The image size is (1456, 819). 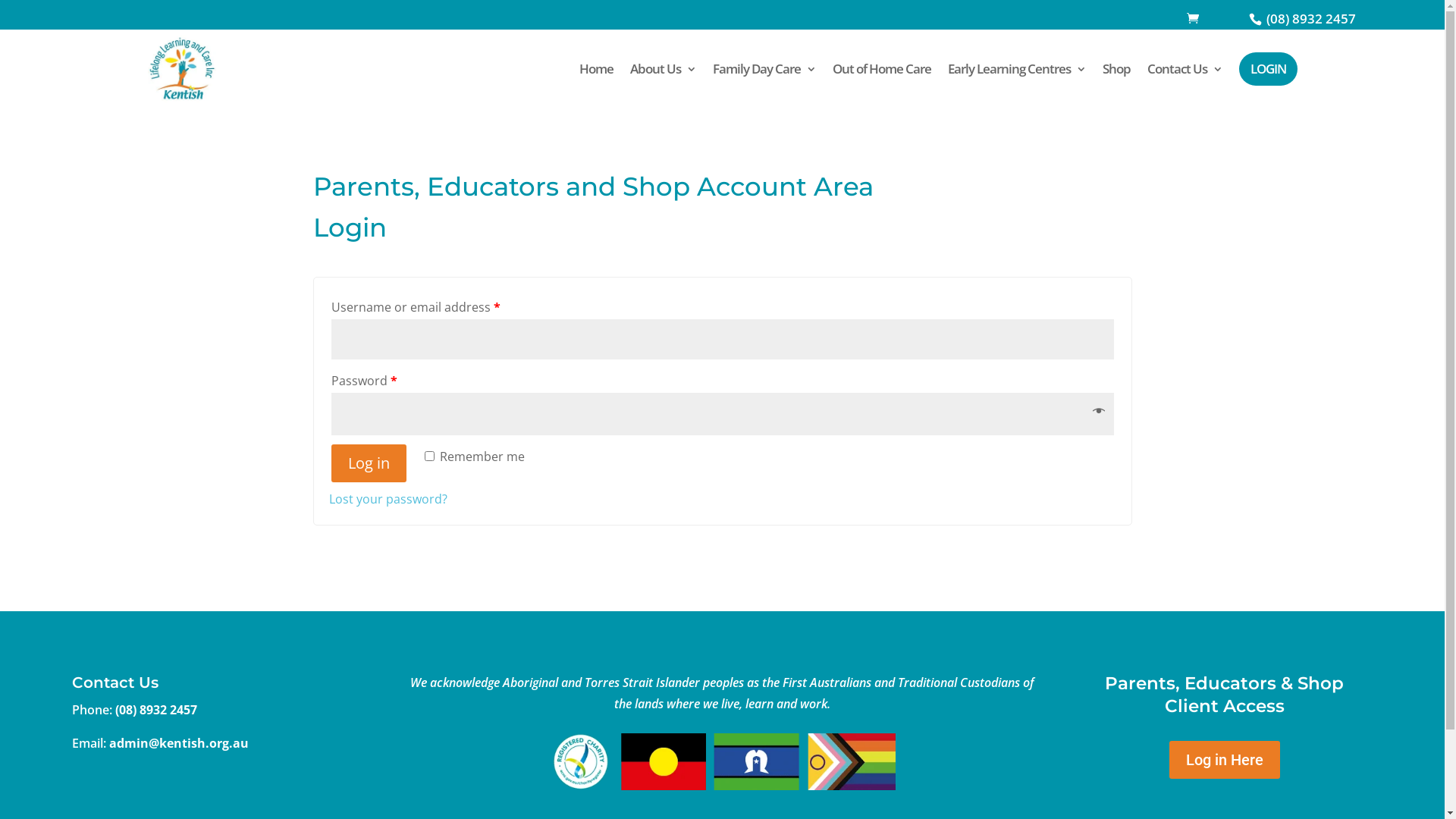 What do you see at coordinates (712, 69) in the screenshot?
I see `'Family Day Care'` at bounding box center [712, 69].